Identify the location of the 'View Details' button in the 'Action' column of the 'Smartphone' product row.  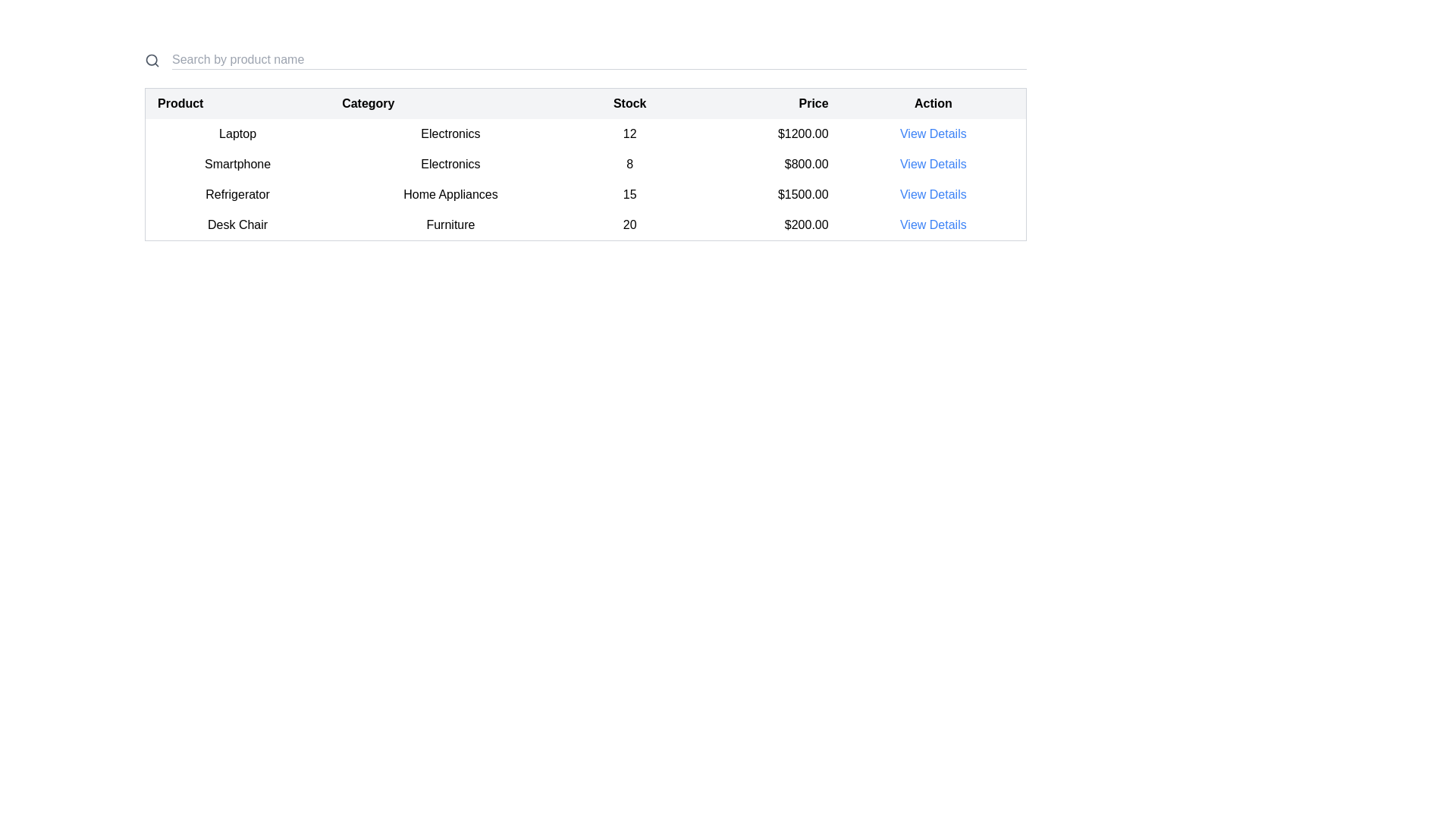
(933, 164).